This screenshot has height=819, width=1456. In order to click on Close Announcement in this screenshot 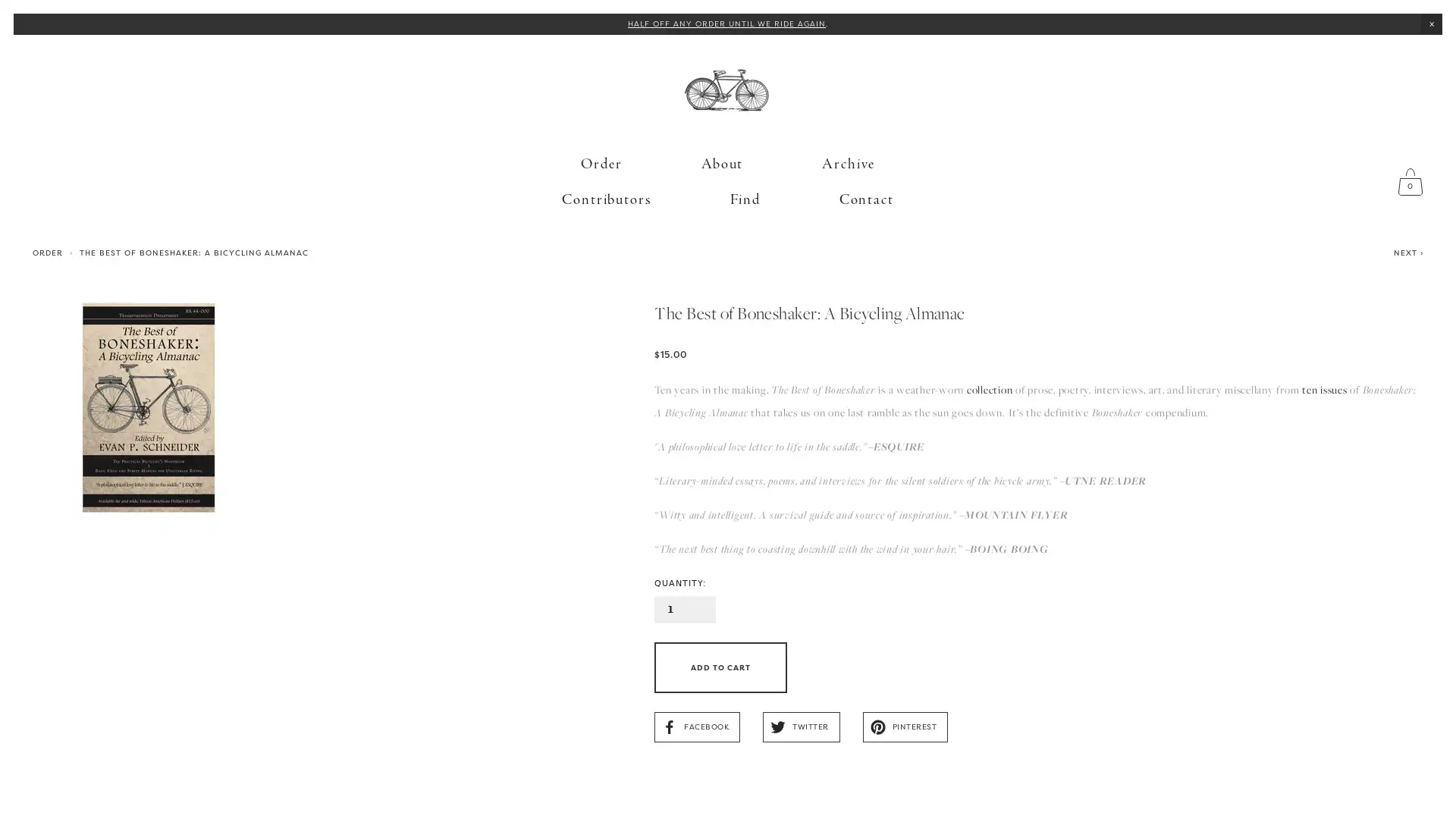, I will do `click(1430, 24)`.